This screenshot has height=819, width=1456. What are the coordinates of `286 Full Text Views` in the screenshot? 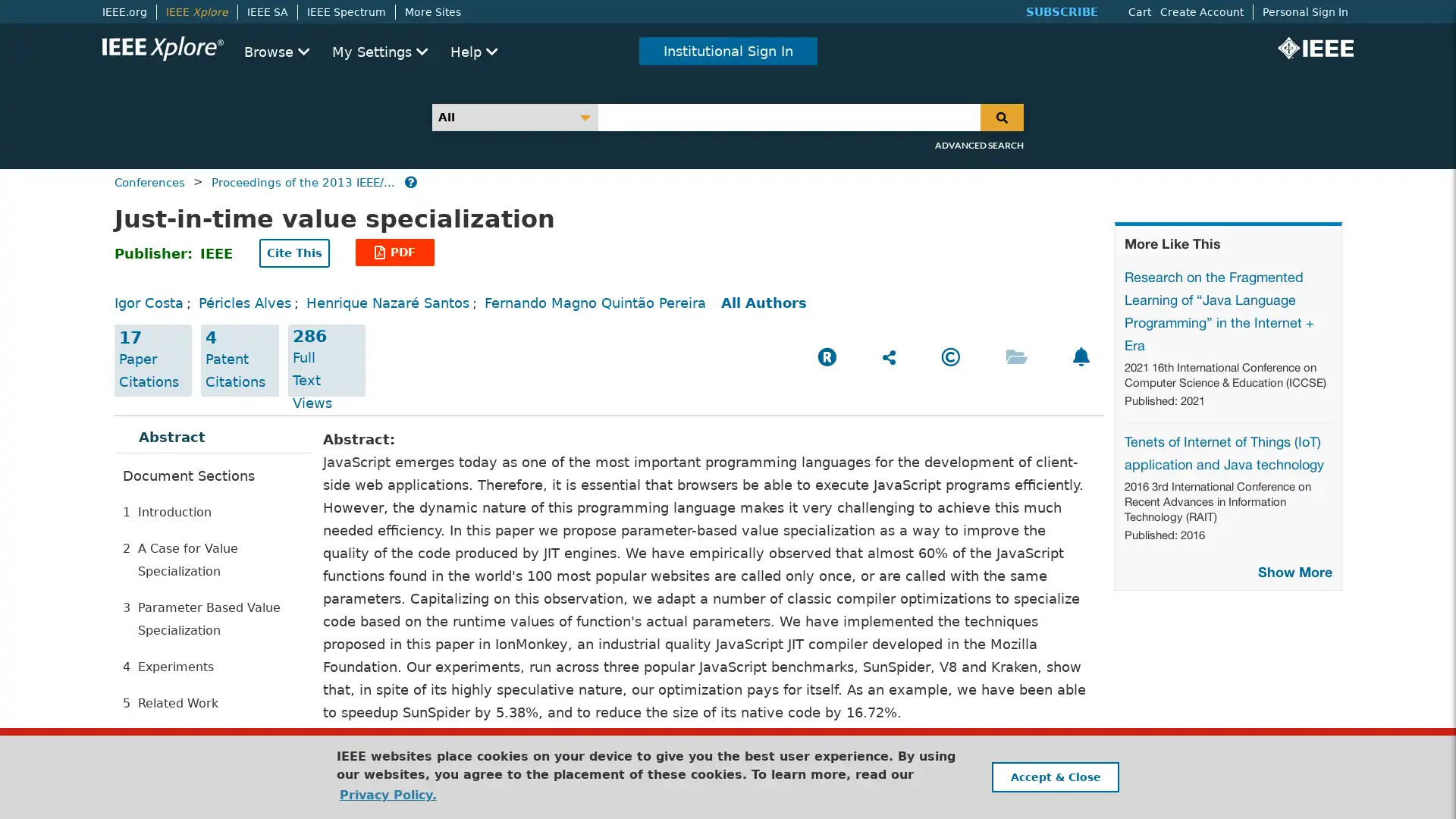 It's located at (325, 360).